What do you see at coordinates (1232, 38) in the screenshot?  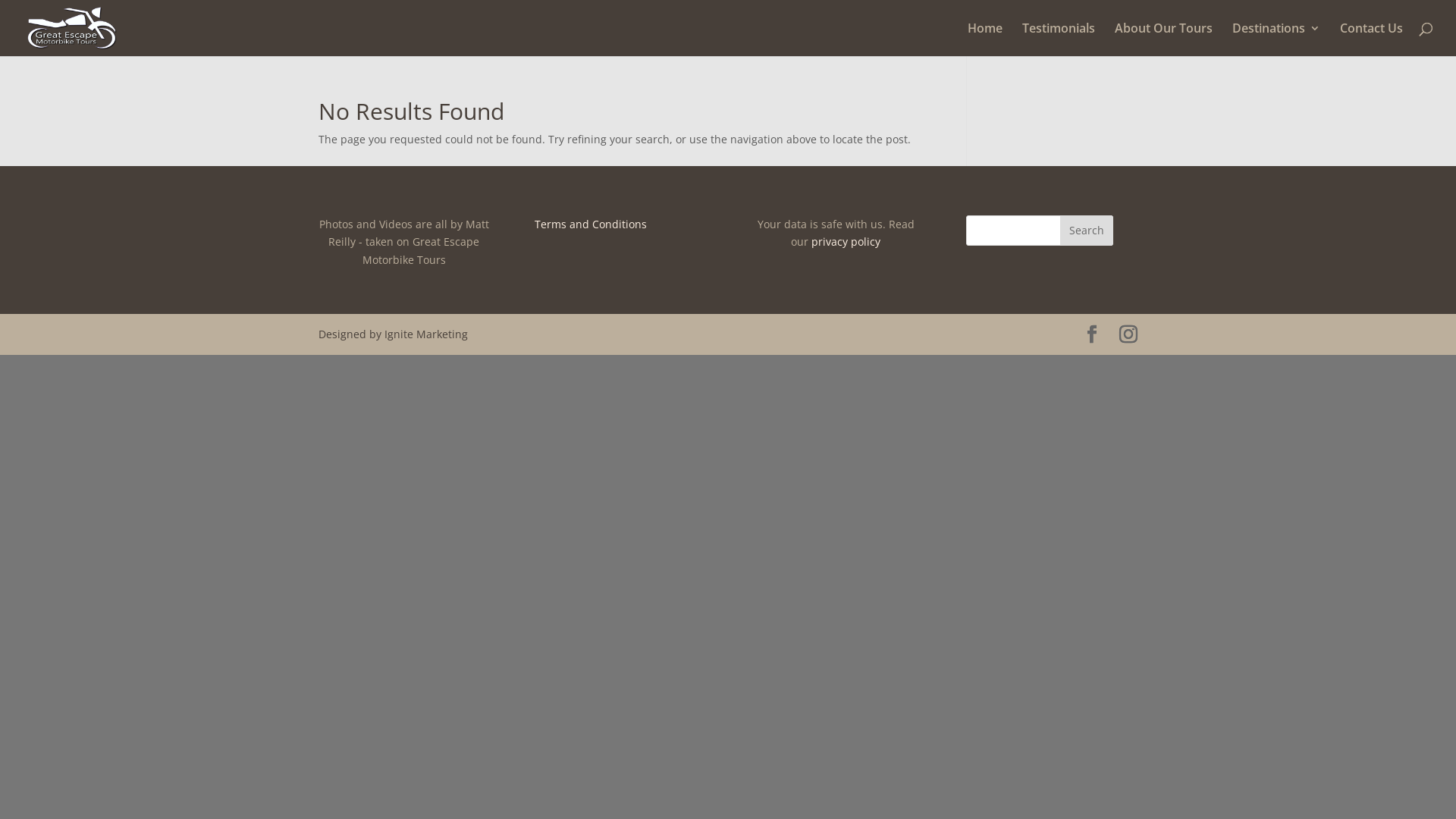 I see `'Destinations'` at bounding box center [1232, 38].